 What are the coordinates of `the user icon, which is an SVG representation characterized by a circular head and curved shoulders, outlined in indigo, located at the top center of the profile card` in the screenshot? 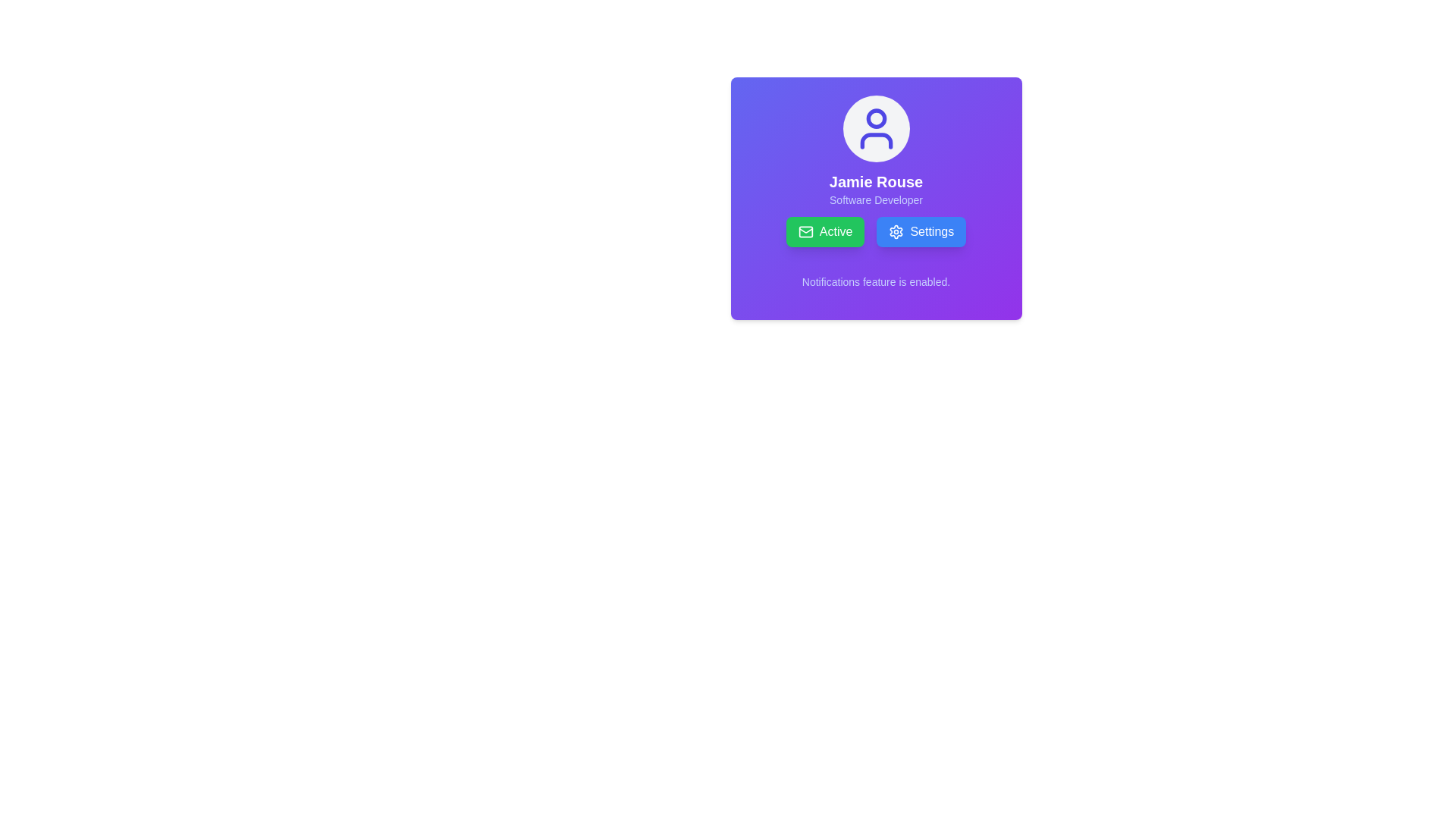 It's located at (876, 127).